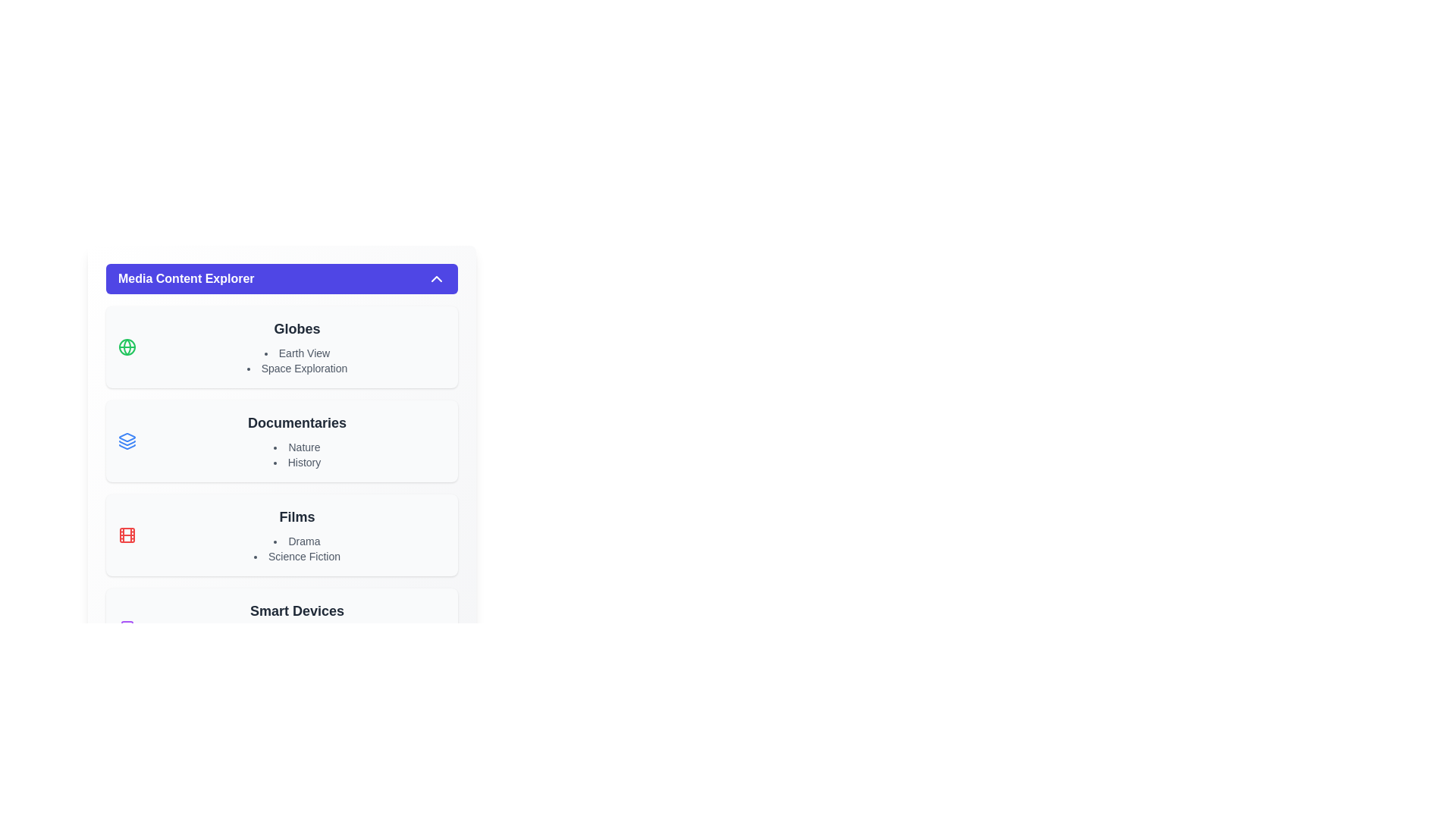 This screenshot has height=819, width=1456. Describe the element at coordinates (127, 441) in the screenshot. I see `the icon with a layered design in blue, located at the top-left corner of the 'Documentaries' section, preceding the text 'DocumentariesNatureHistory'` at that location.